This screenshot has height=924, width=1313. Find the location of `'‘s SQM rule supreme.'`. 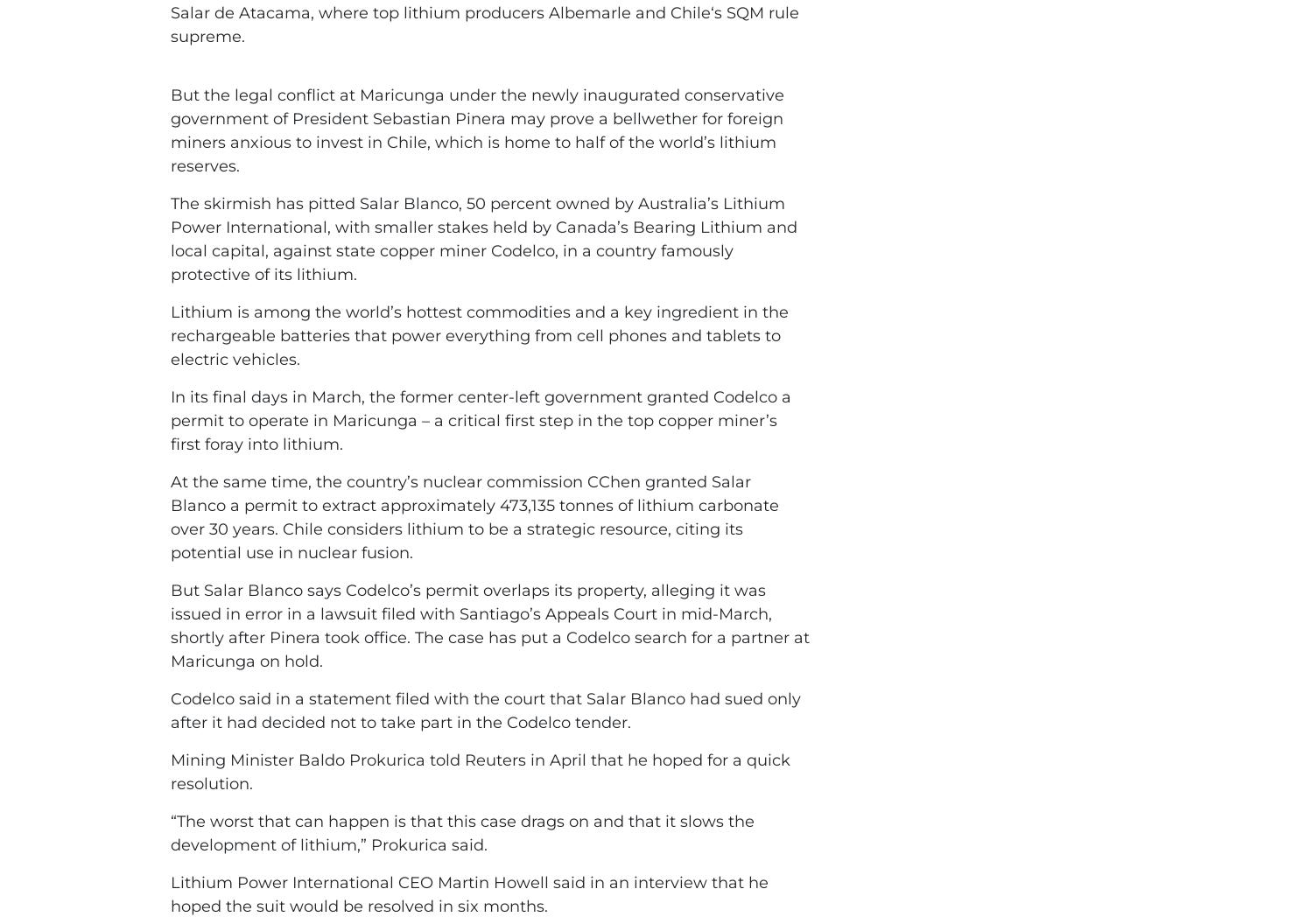

'‘s SQM rule supreme.' is located at coordinates (484, 24).